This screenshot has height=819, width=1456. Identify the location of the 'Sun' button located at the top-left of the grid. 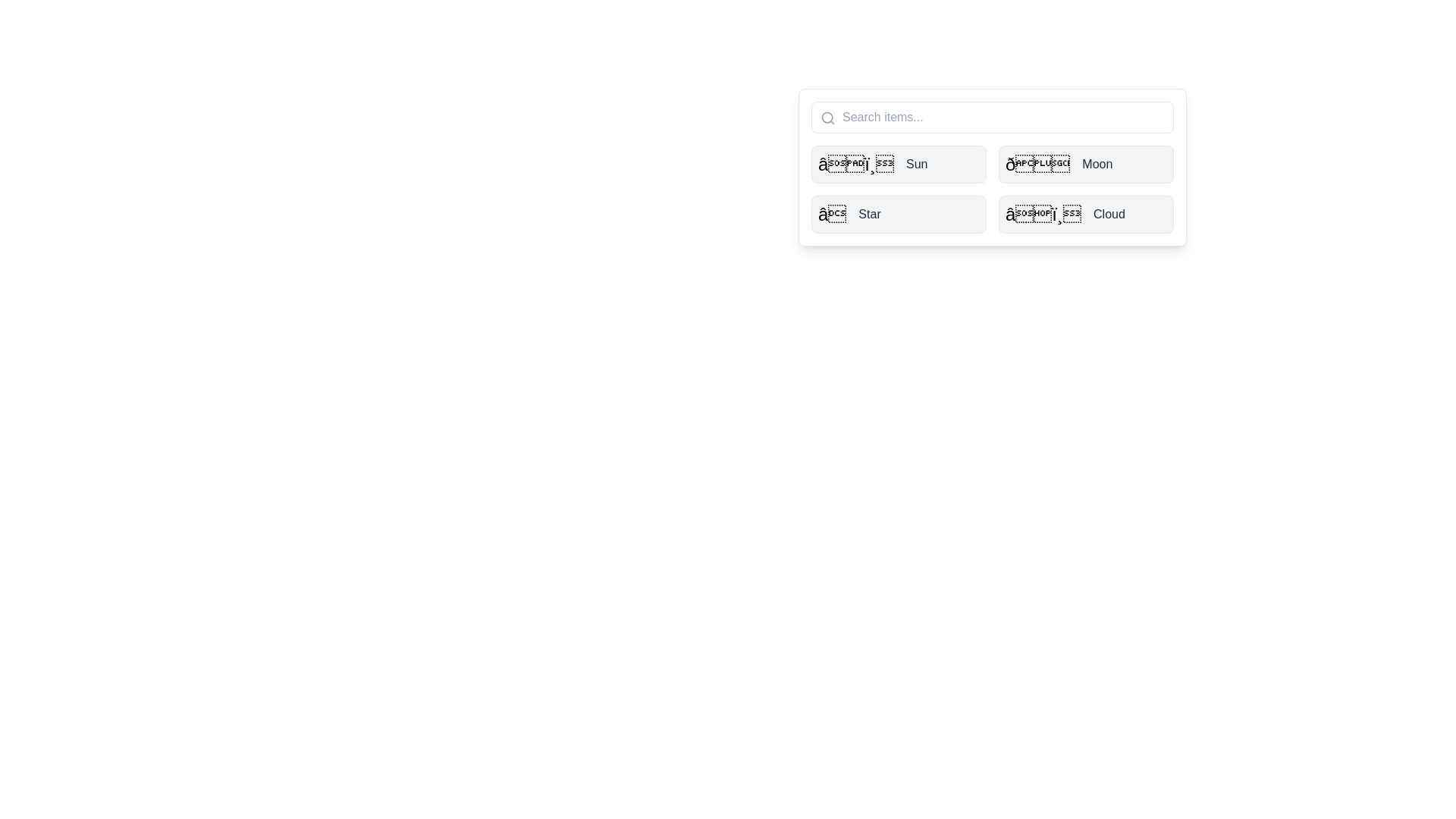
(899, 164).